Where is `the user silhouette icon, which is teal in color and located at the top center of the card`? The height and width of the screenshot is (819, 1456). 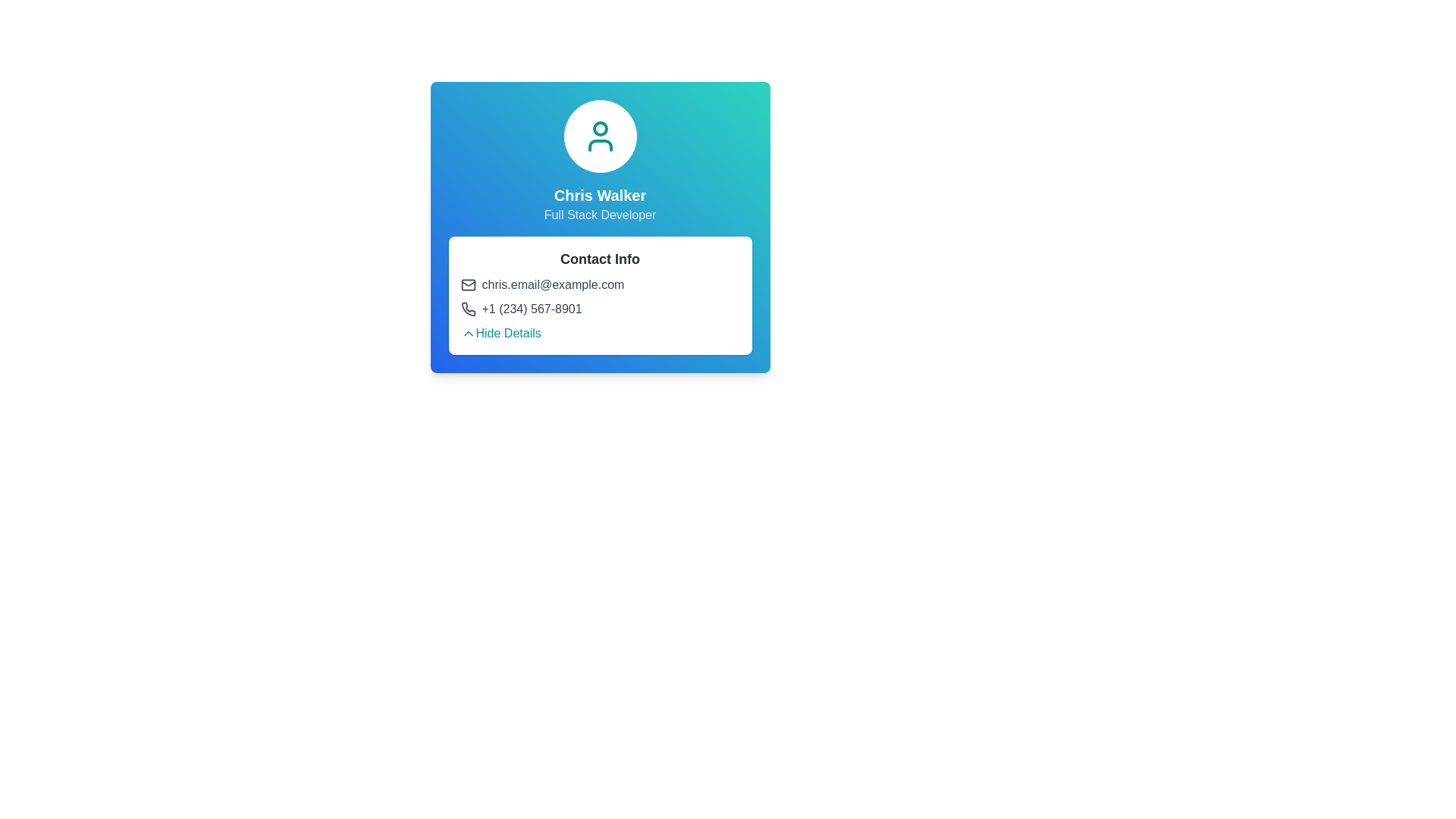
the user silhouette icon, which is teal in color and located at the top center of the card is located at coordinates (599, 136).